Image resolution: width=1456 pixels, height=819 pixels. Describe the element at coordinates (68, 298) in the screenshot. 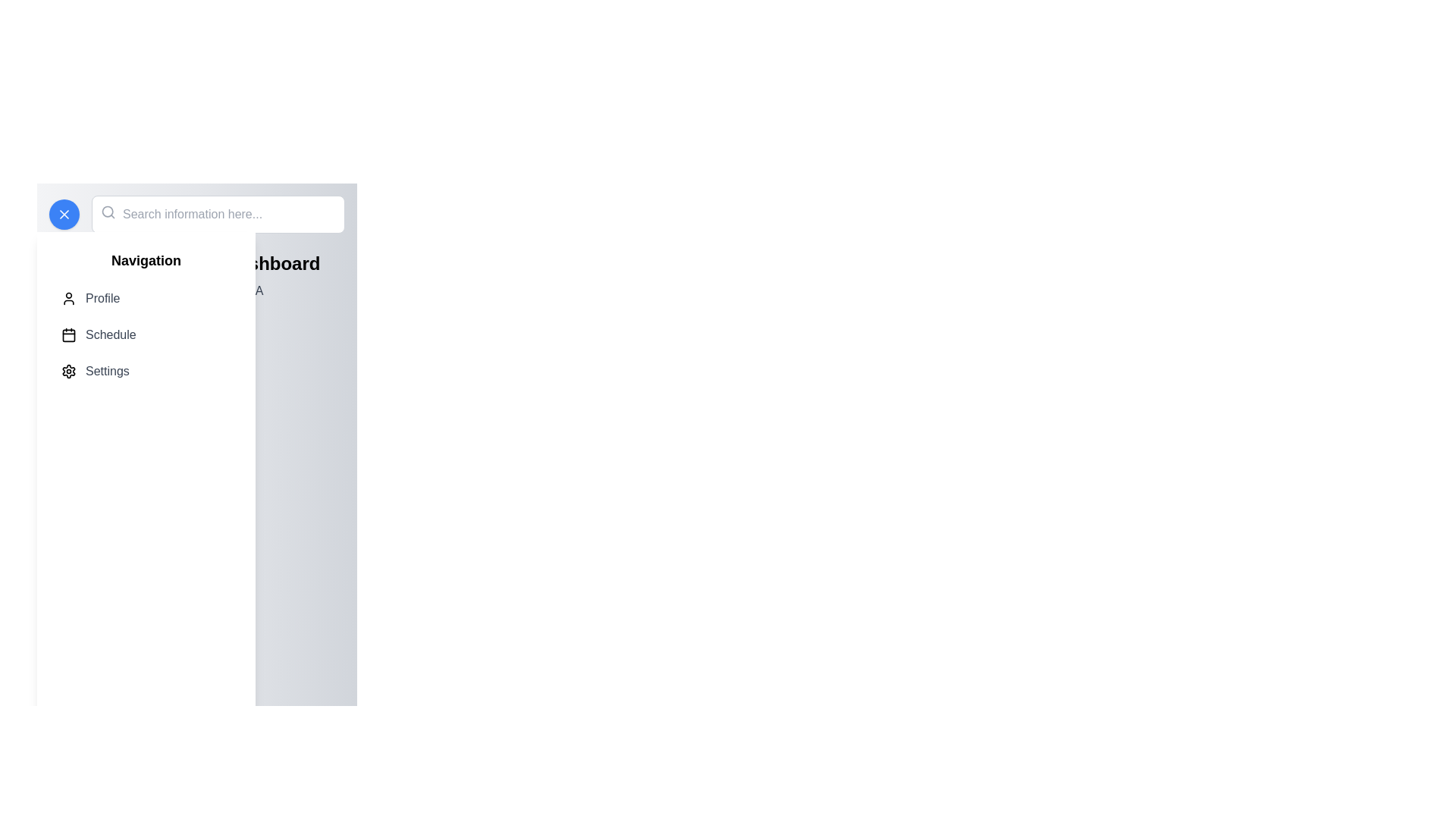

I see `the 'Profile' icon located on the left-hand sidebar, which serves as a visual indicator for user profile-related options` at that location.